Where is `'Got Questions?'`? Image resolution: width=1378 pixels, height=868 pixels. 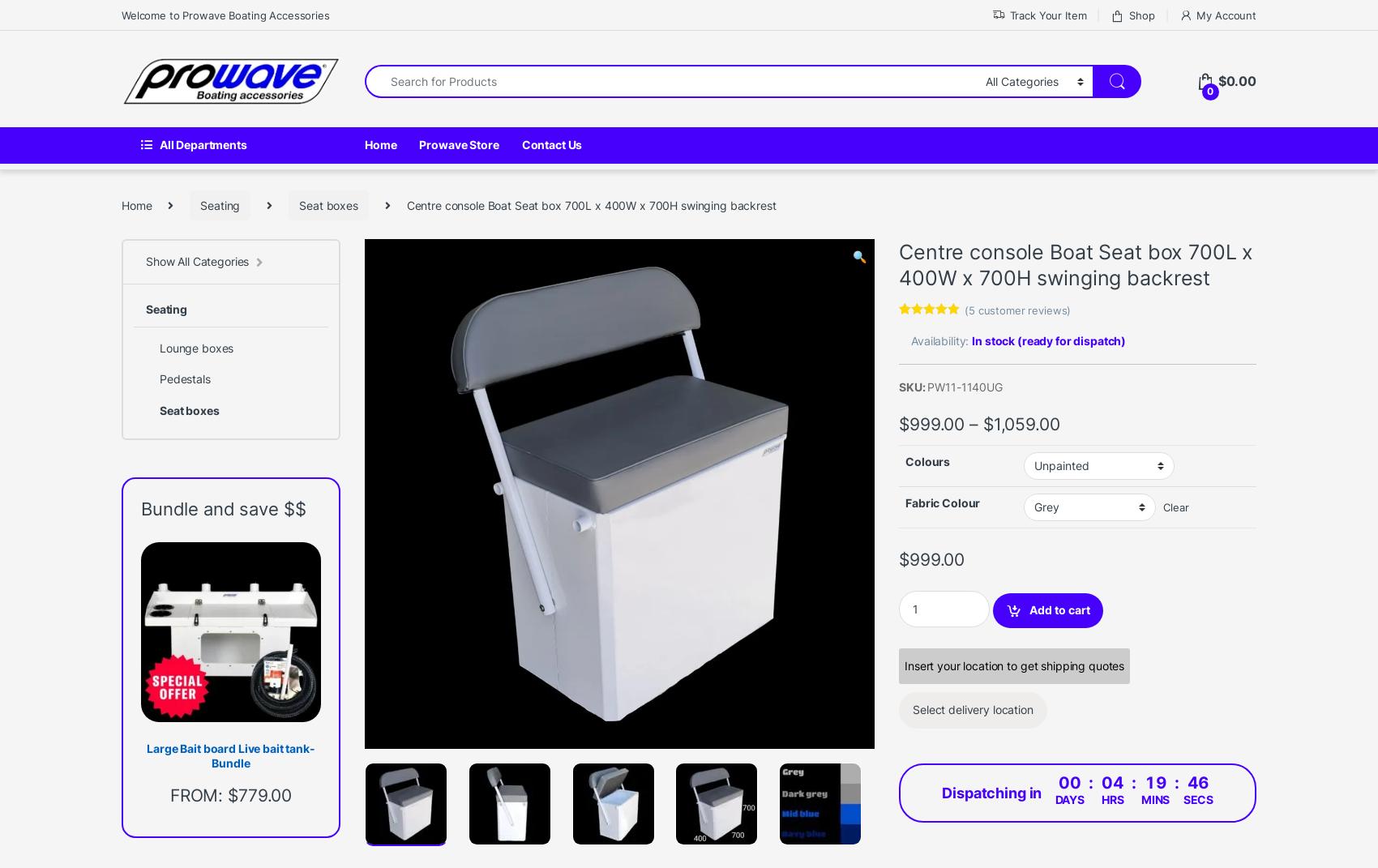
'Got Questions?' is located at coordinates (221, 827).